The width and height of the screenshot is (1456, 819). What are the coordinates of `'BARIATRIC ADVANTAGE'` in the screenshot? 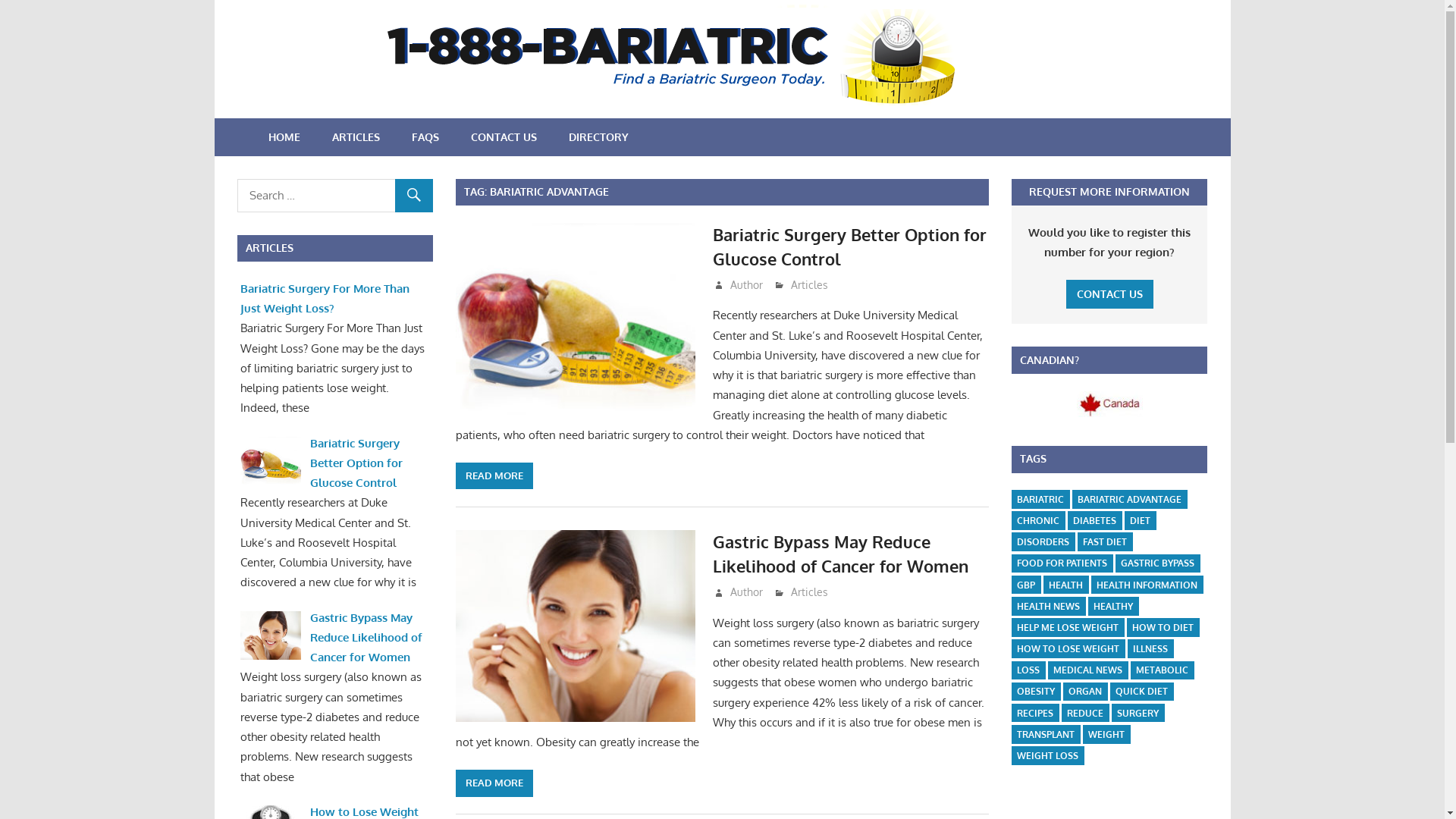 It's located at (1129, 499).